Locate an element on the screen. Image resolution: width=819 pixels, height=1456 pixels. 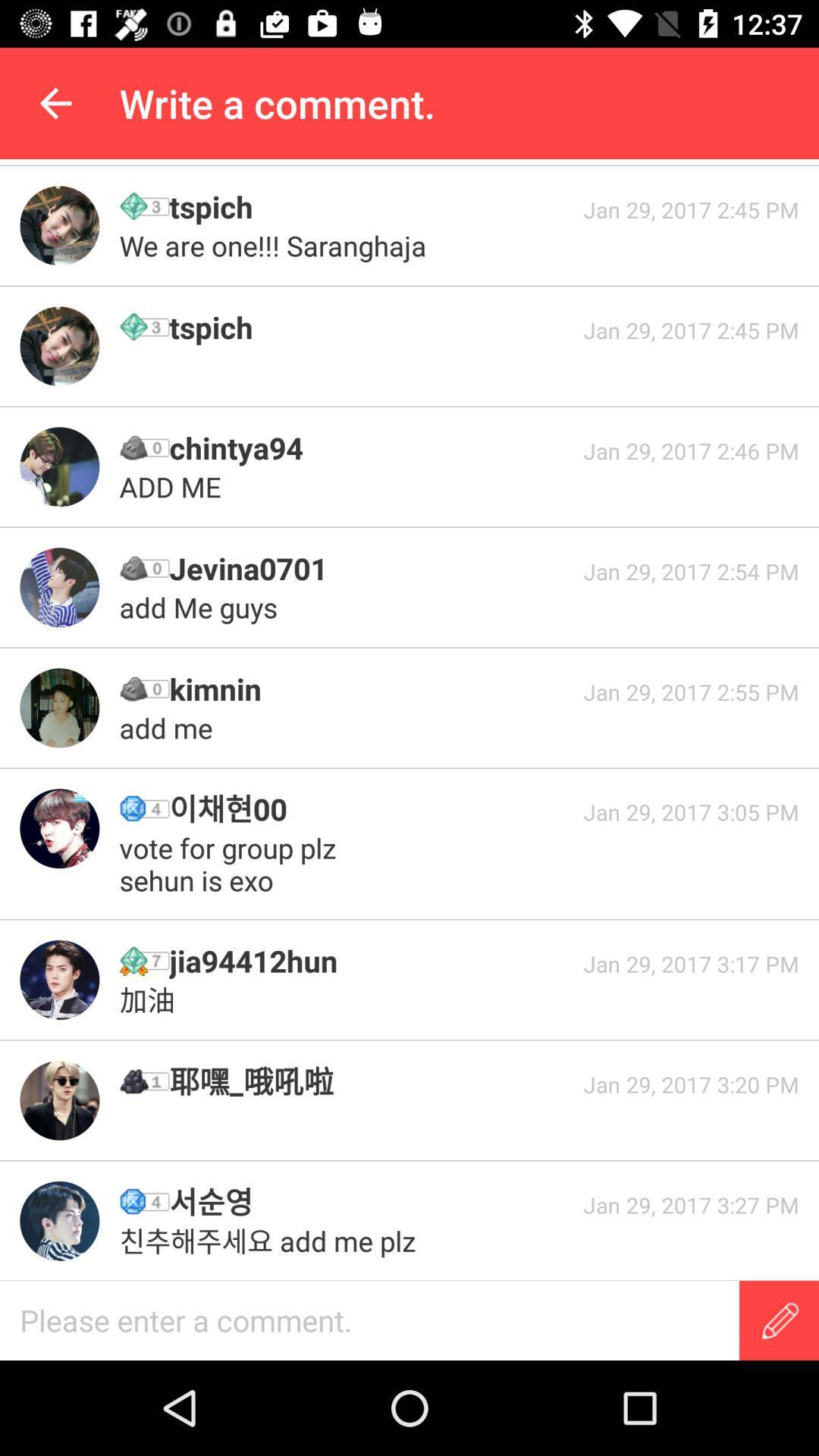
profile is located at coordinates (58, 980).